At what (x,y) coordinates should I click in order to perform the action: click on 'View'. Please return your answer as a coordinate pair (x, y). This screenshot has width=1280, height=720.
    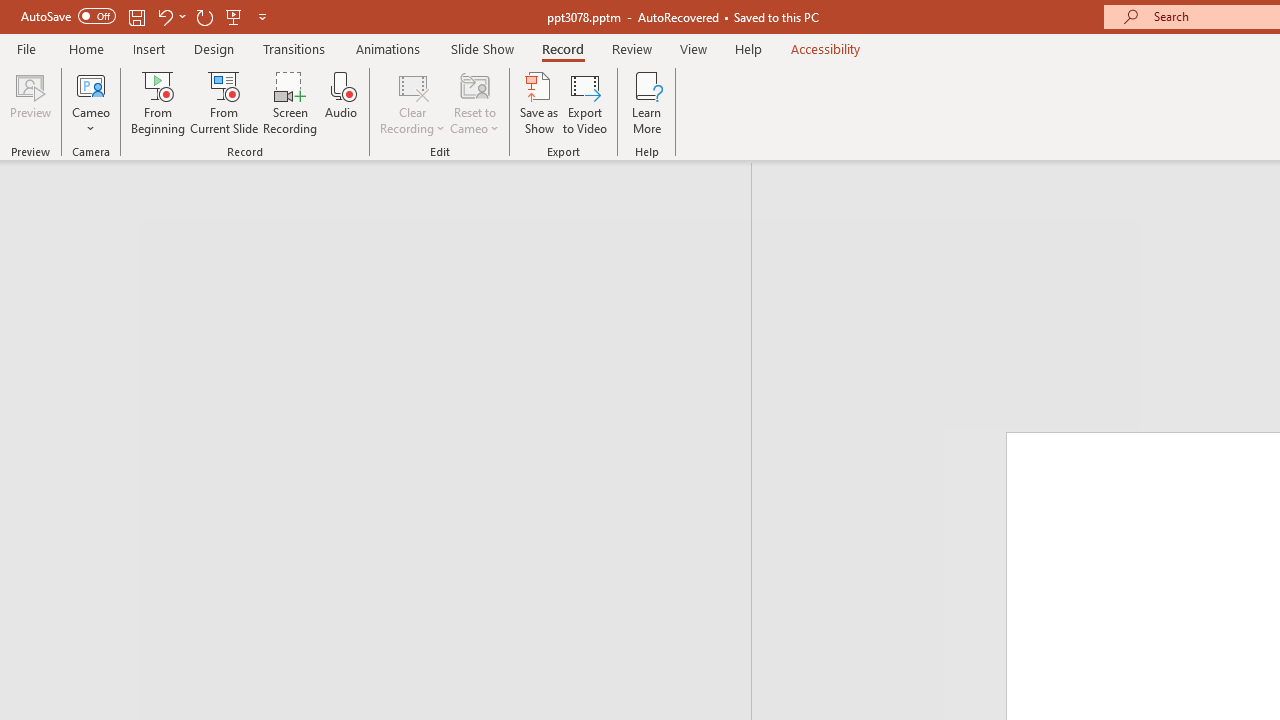
    Looking at the image, I should click on (693, 48).